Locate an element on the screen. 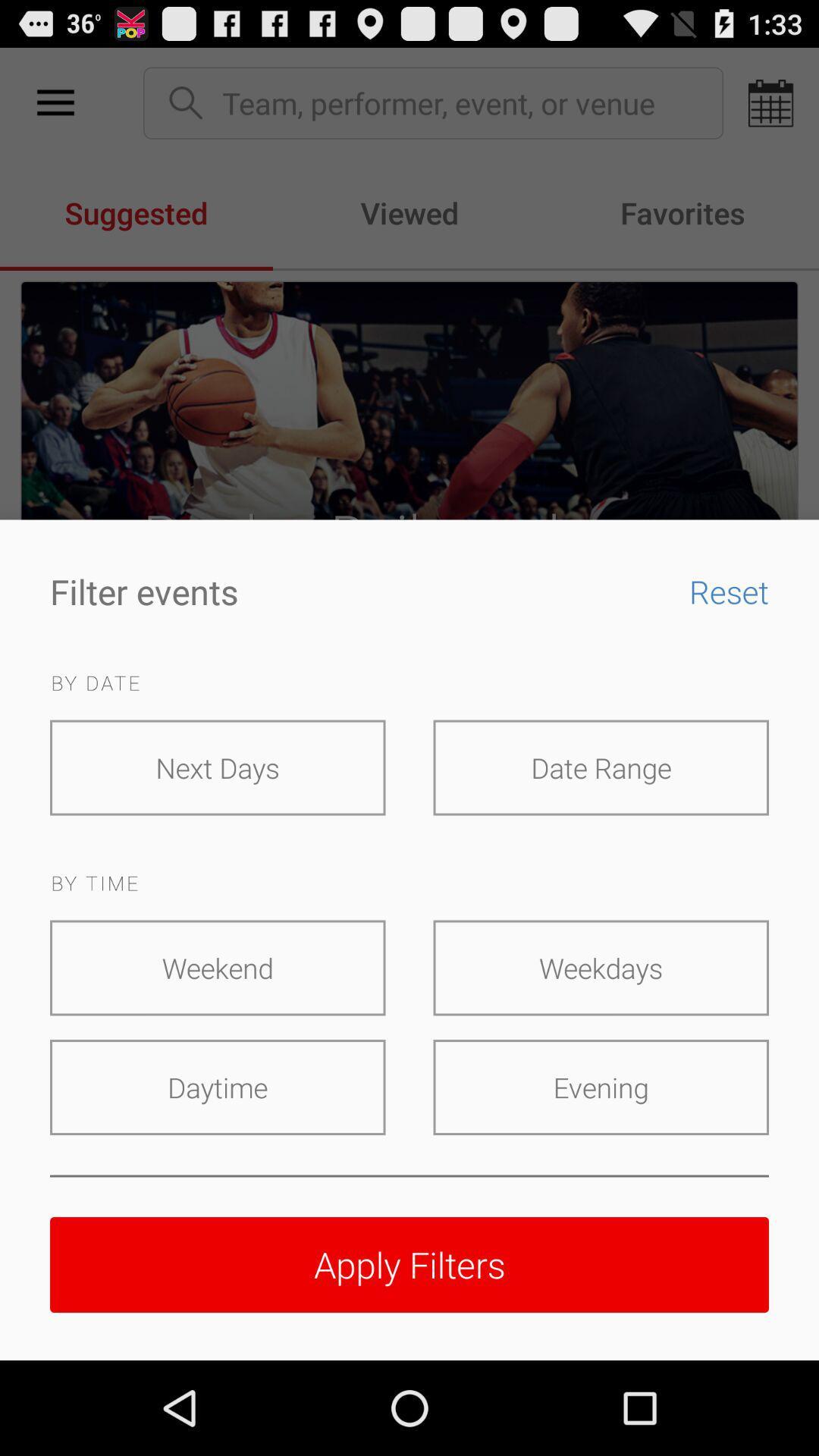 The height and width of the screenshot is (1456, 819). item next to the date range item is located at coordinates (218, 767).